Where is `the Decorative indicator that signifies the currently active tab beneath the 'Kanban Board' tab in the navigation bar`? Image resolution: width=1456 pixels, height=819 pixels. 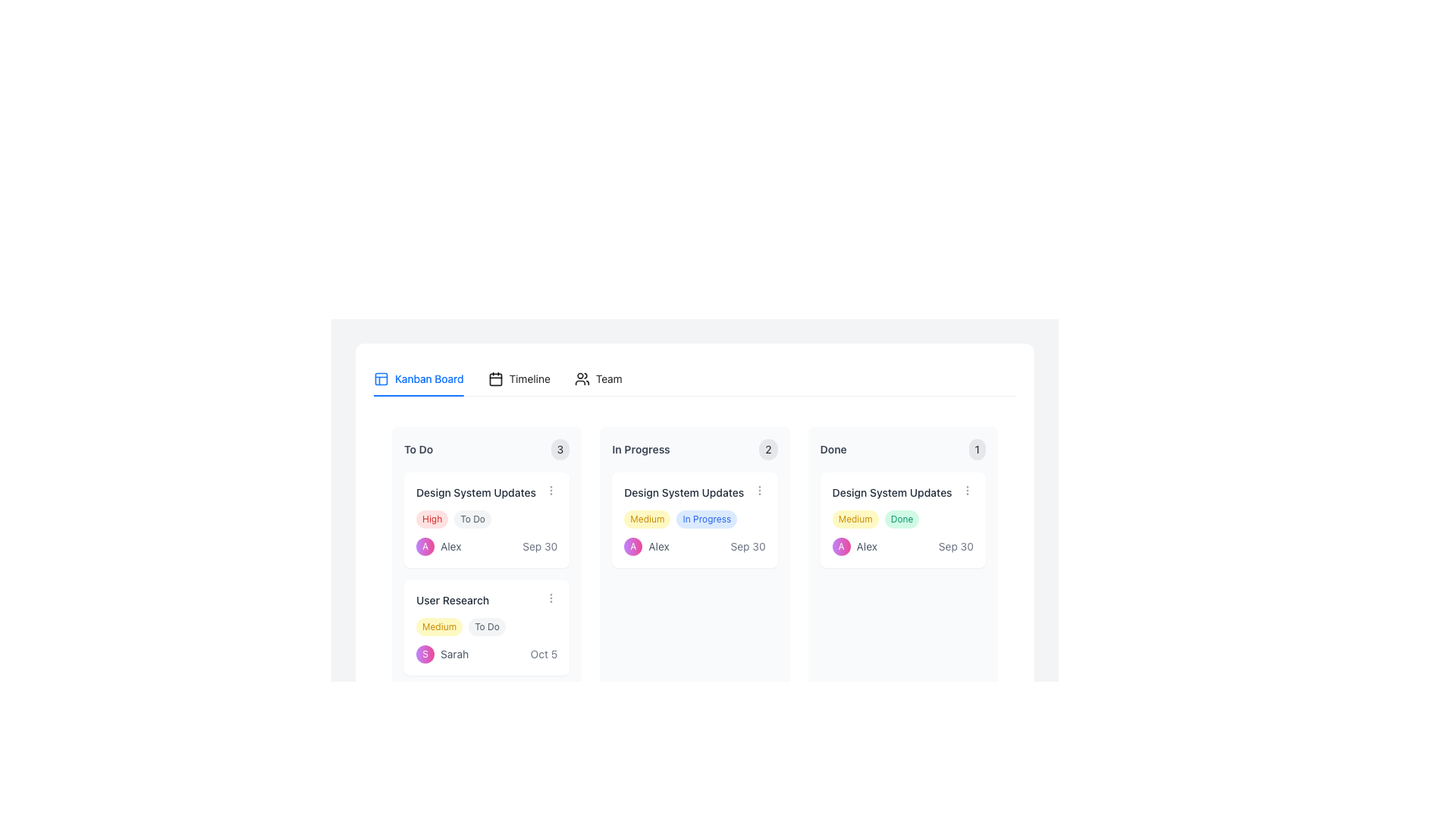
the Decorative indicator that signifies the currently active tab beneath the 'Kanban Board' tab in the navigation bar is located at coordinates (419, 394).